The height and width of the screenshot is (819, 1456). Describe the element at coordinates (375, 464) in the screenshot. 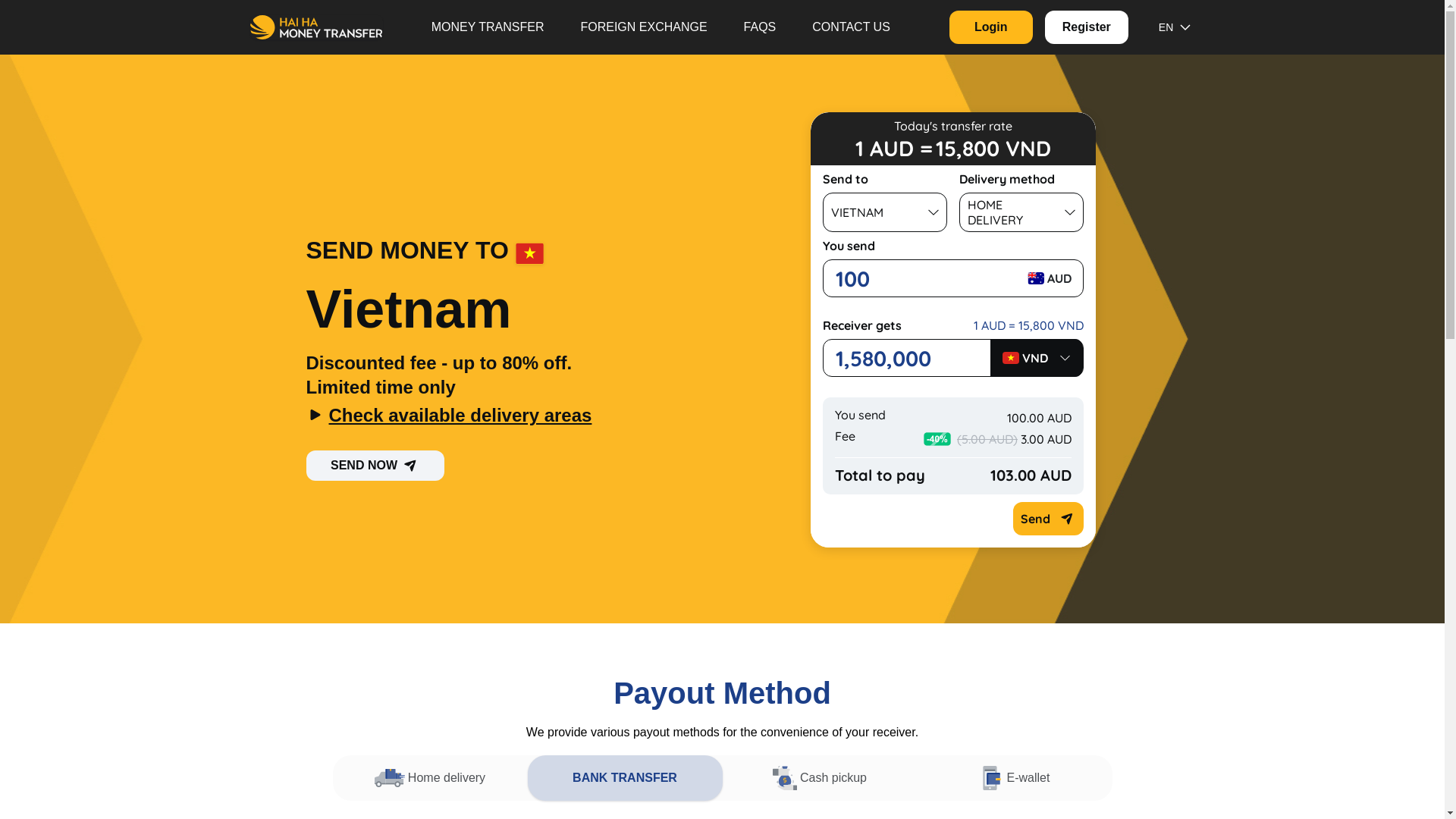

I see `'SEND NOW'` at that location.